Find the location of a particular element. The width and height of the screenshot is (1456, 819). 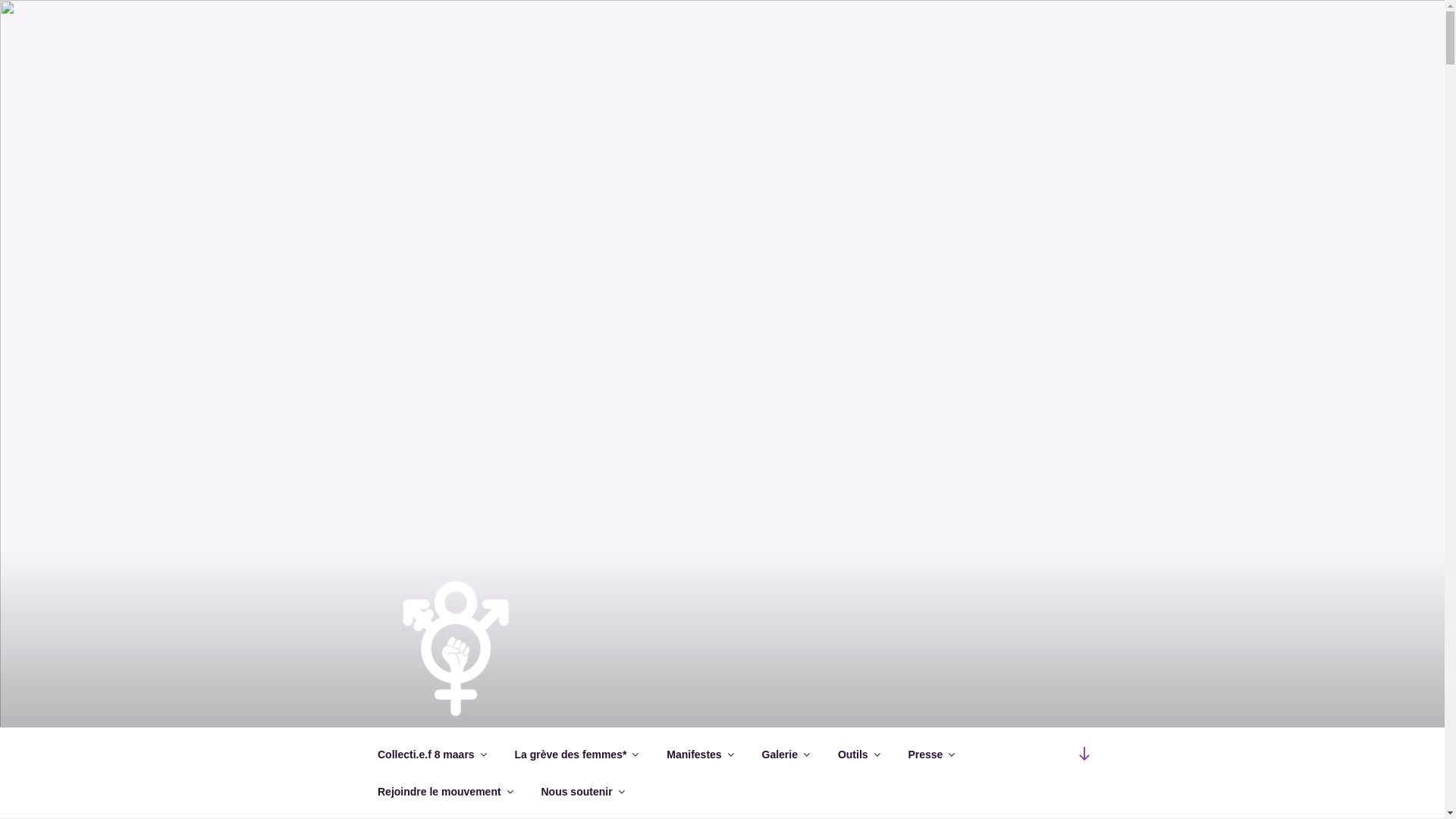

'Collecti.e.f 8 maars' is located at coordinates (430, 754).